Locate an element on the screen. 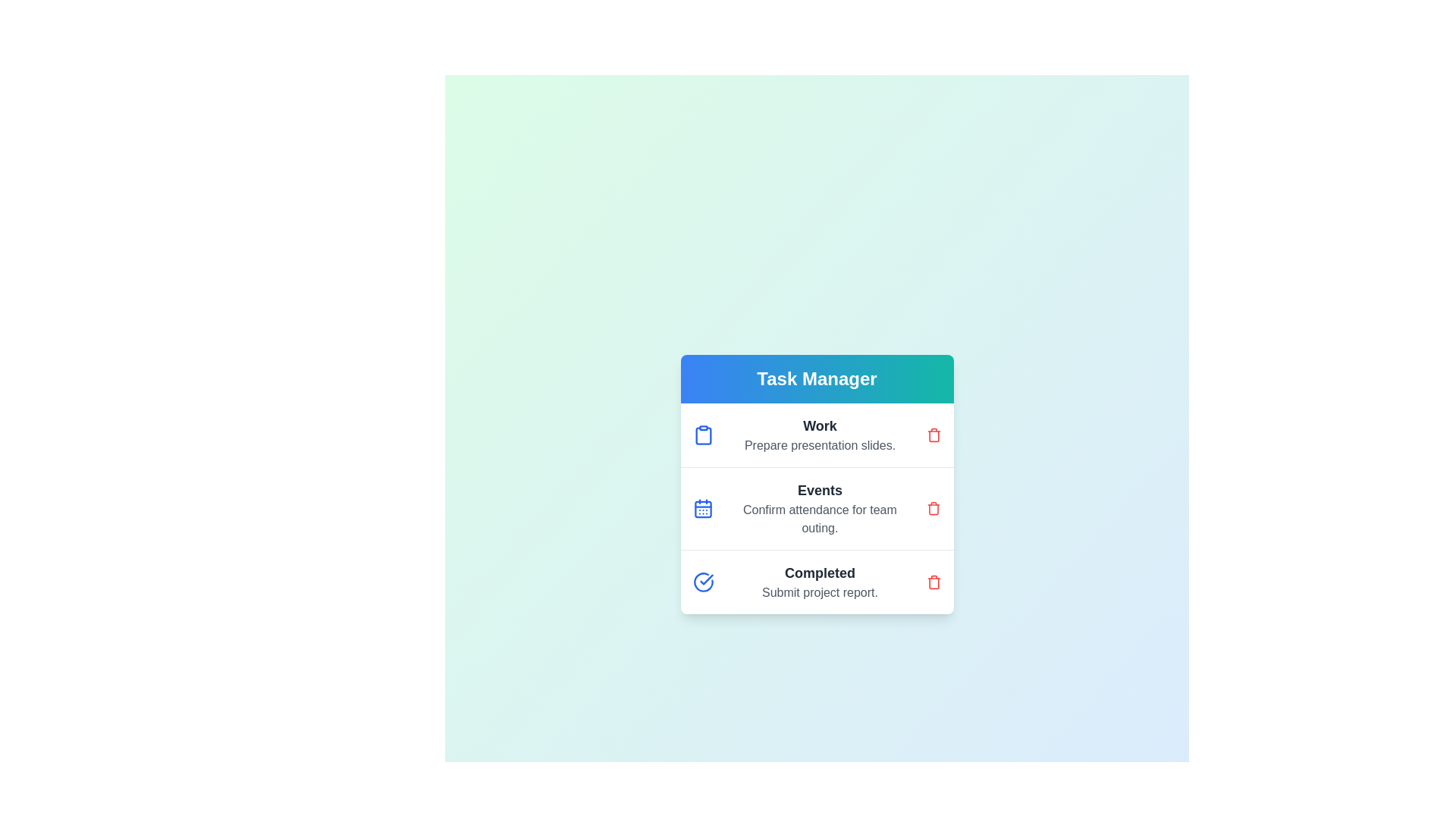 This screenshot has width=1456, height=819. the task icon calendar to interact with it is located at coordinates (702, 509).